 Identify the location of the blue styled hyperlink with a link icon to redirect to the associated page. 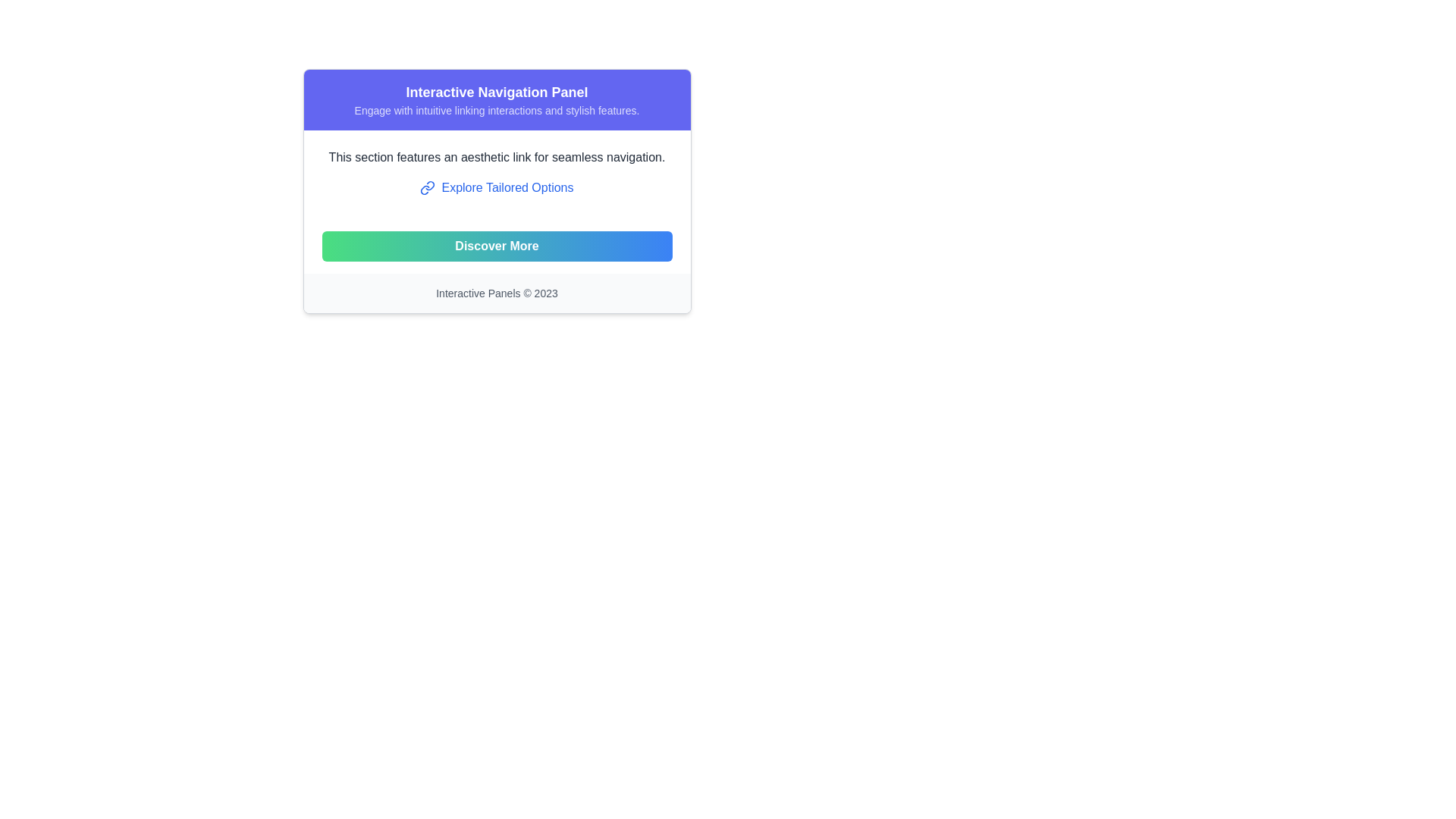
(497, 187).